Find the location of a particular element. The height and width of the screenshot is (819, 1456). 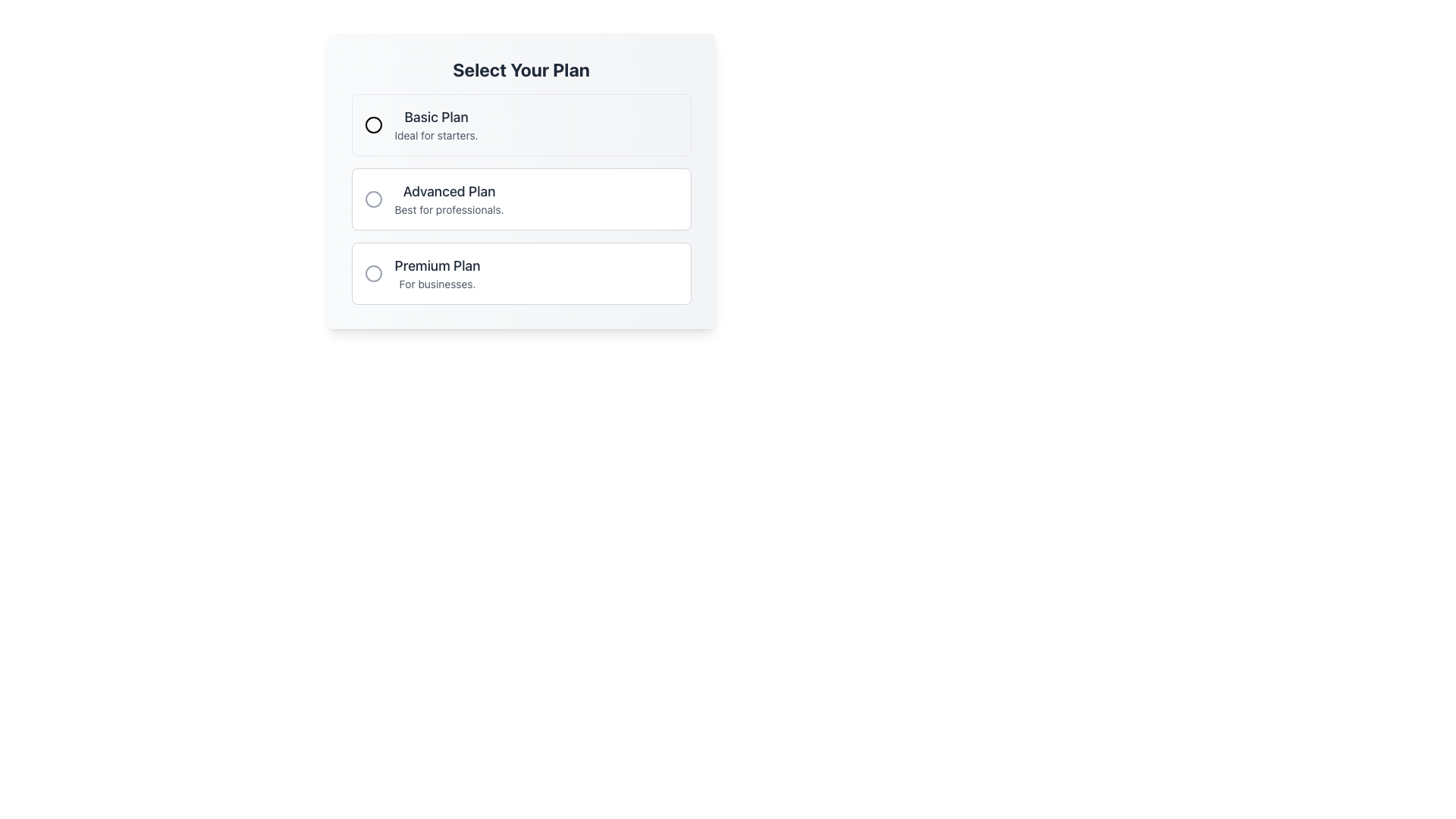

the Interactive Indicator located to the left of the 'Basic Plan' title is located at coordinates (373, 124).